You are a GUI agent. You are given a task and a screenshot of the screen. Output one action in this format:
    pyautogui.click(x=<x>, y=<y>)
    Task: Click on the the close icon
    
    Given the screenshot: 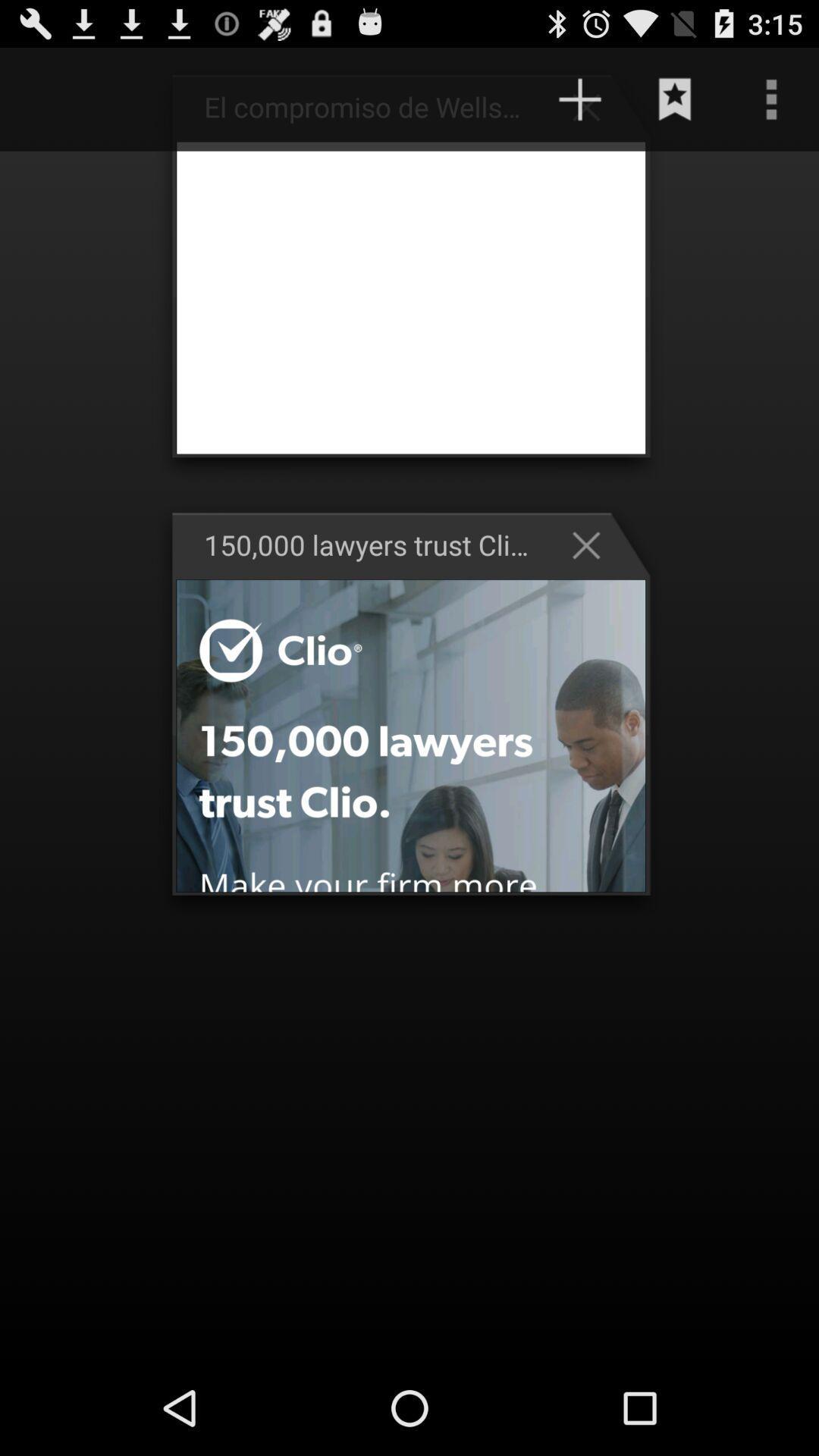 What is the action you would take?
    pyautogui.click(x=593, y=582)
    